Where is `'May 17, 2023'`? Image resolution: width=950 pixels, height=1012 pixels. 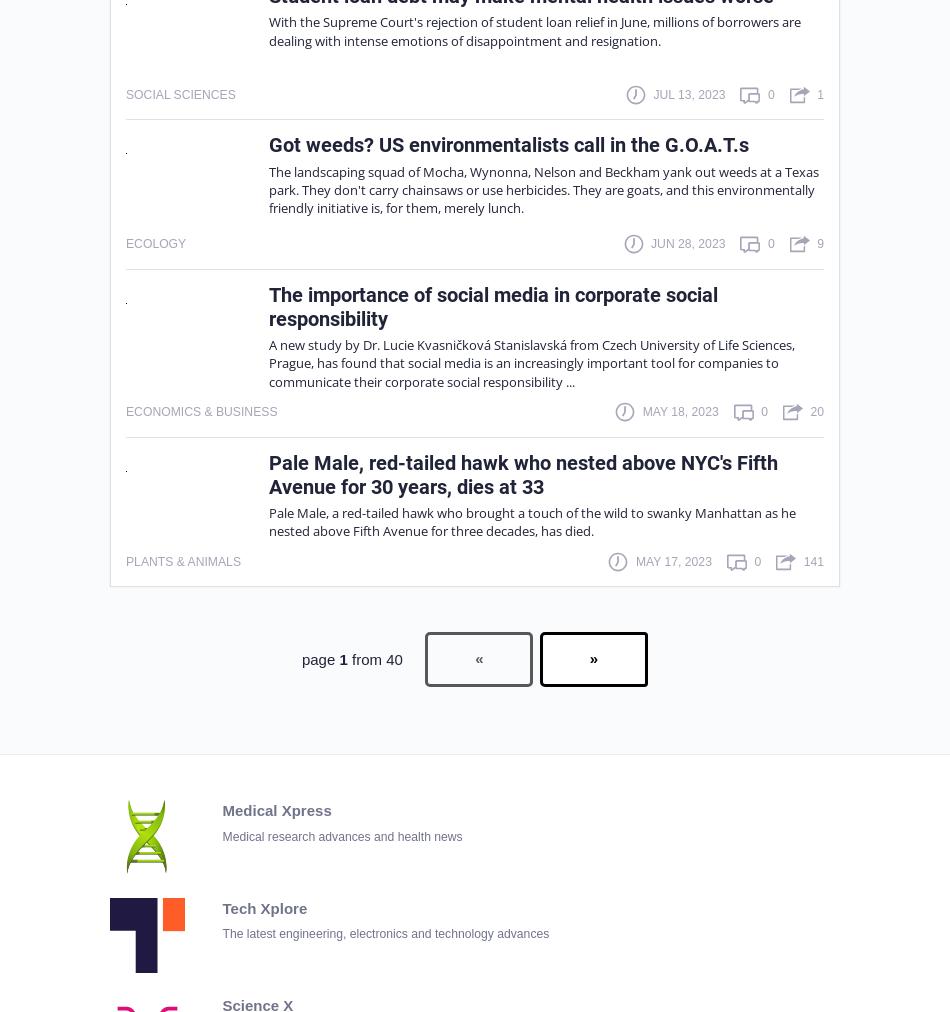 'May 17, 2023' is located at coordinates (672, 559).